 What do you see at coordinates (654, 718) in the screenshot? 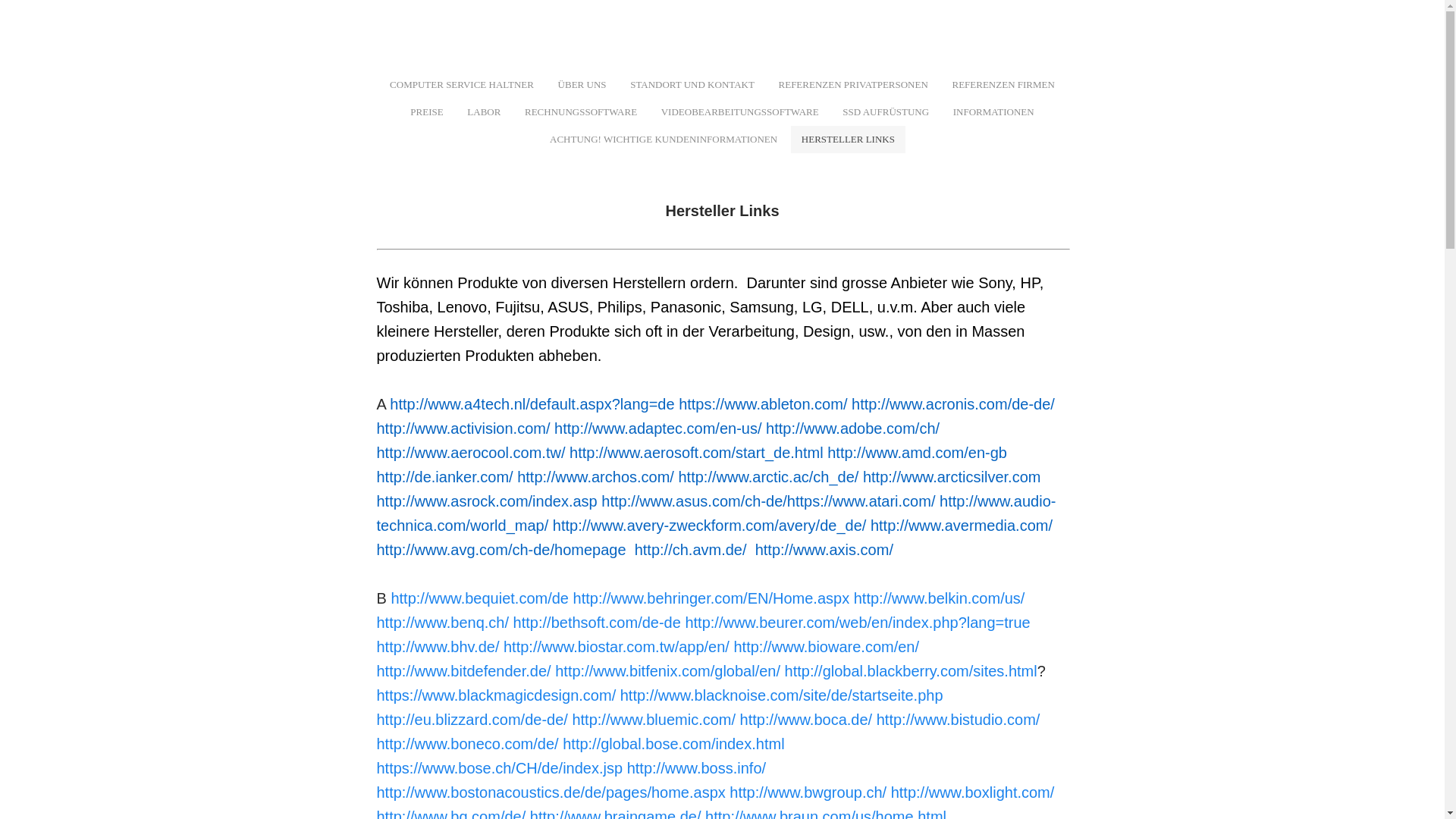
I see `'http://www.bluemic.com/'` at bounding box center [654, 718].